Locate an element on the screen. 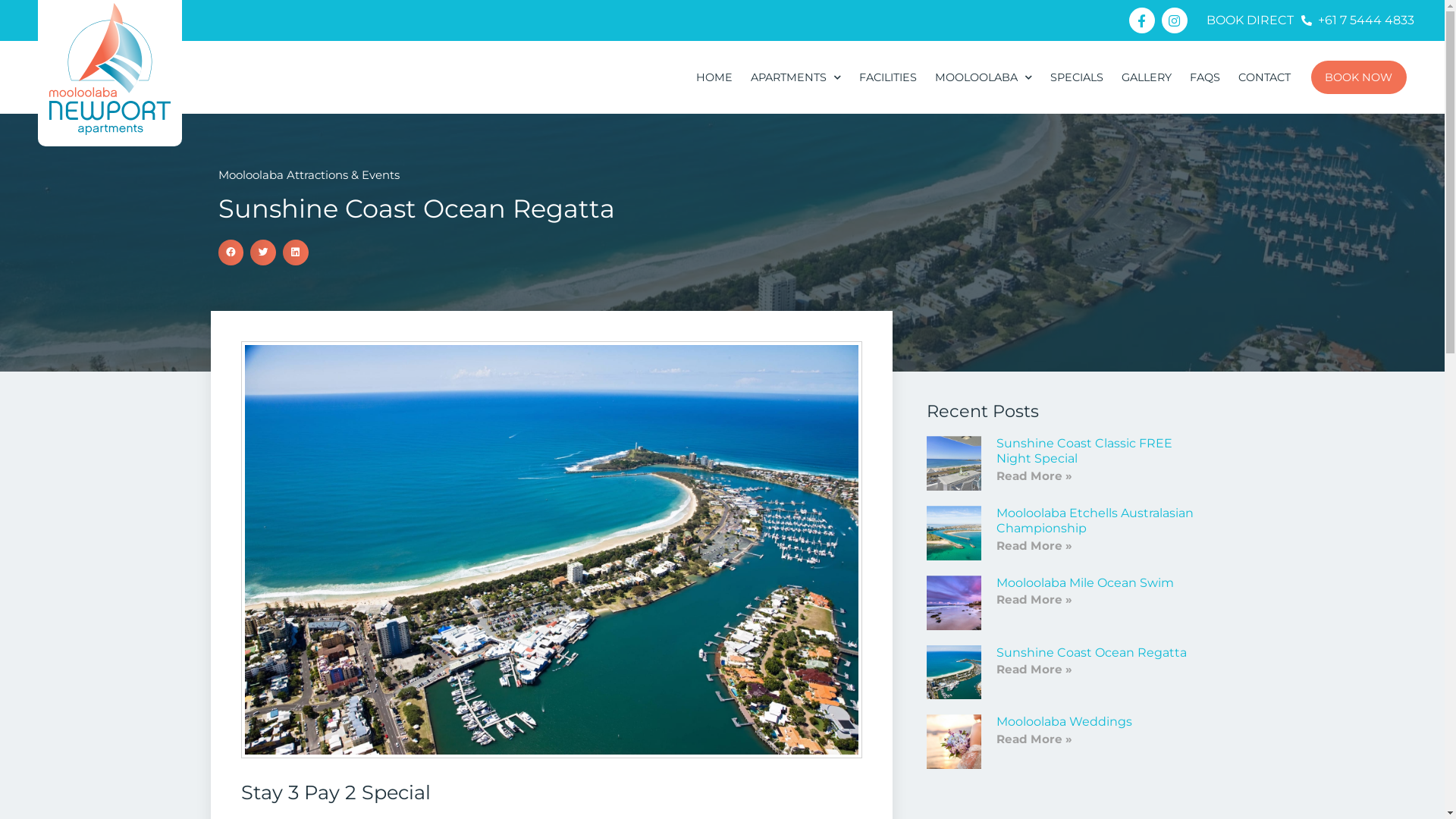  'HOME' is located at coordinates (686, 77).